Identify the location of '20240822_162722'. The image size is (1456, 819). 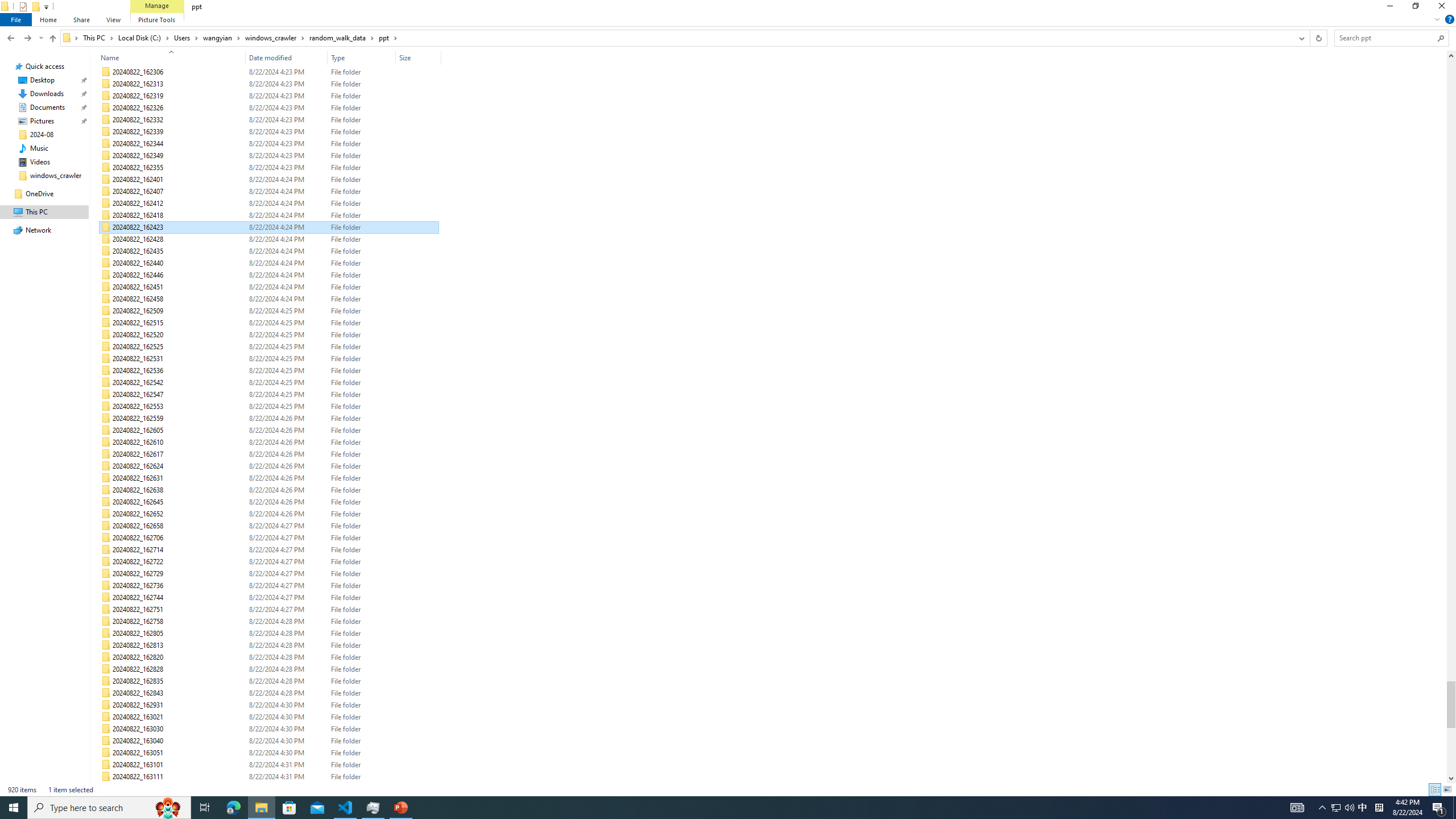
(268, 561).